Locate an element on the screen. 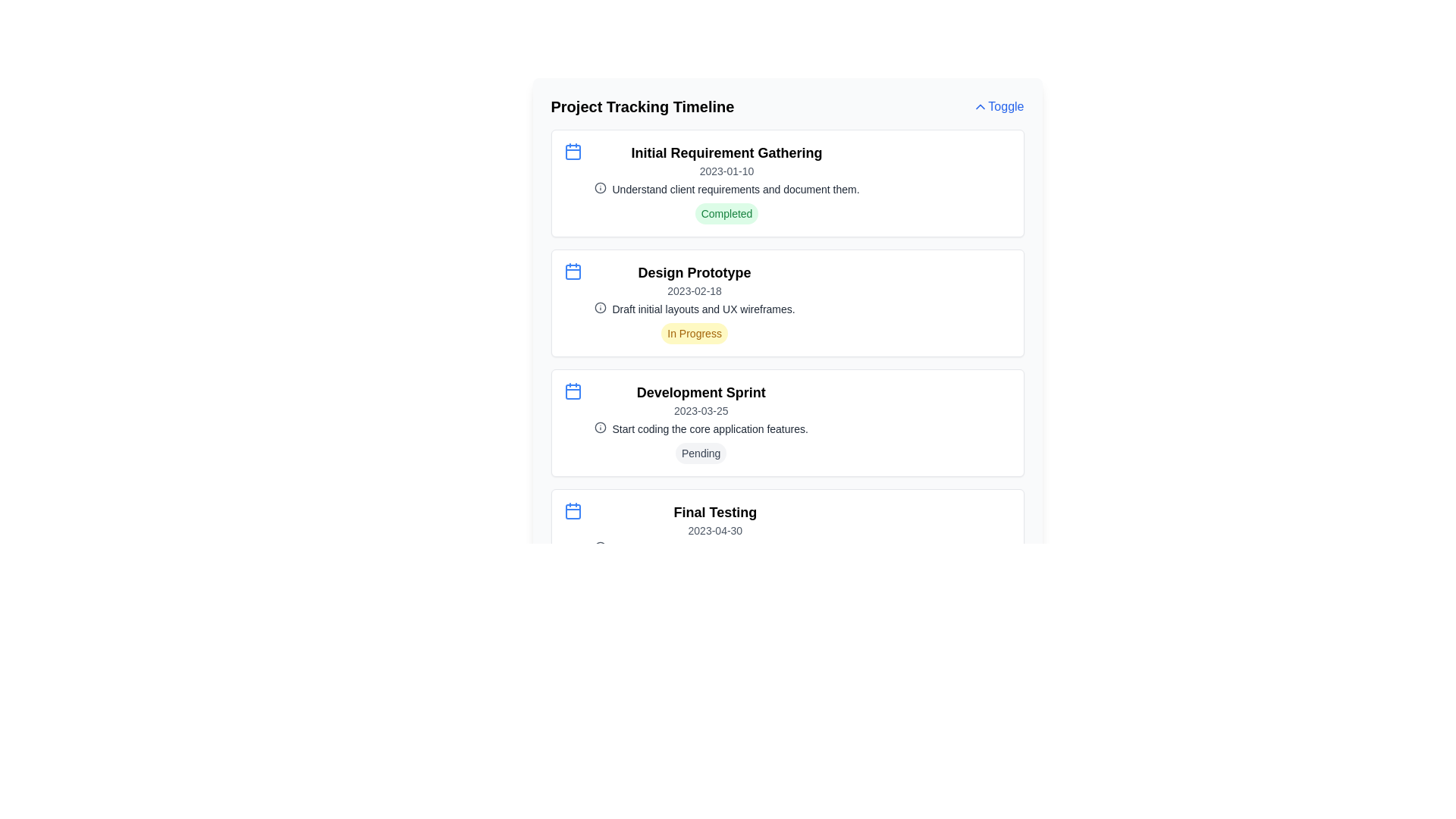 This screenshot has width=1456, height=819. the Iconographic circle, which is a circular shape of radius 10 units, located next to the 'Design Prototype' section heading in the SVG graphic is located at coordinates (599, 187).